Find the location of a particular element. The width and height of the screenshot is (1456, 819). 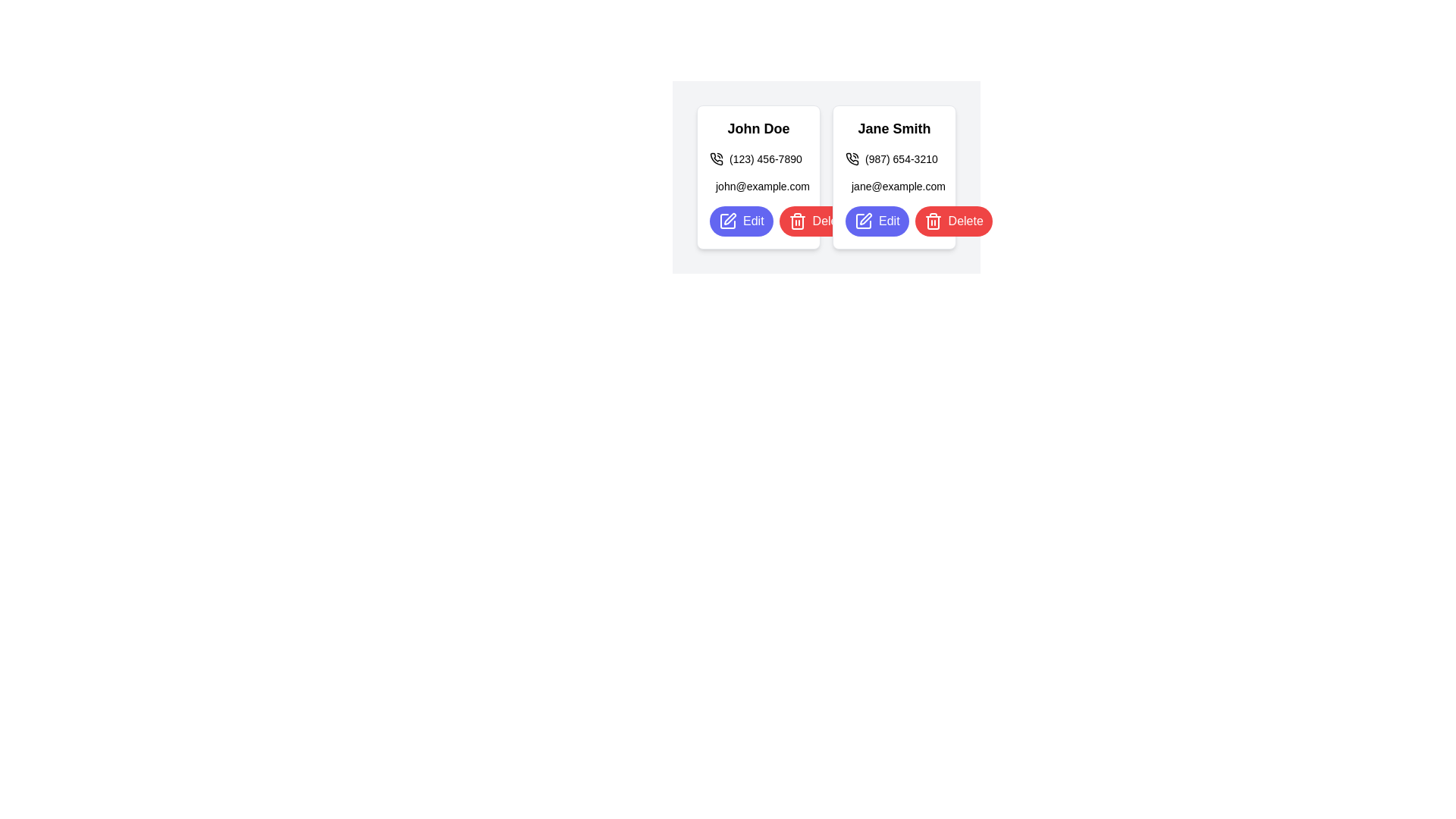

the pencil icon representing the 'Edit' action, located on the right-hand side of the 'Edit' button near John Doe's contact information is located at coordinates (730, 219).